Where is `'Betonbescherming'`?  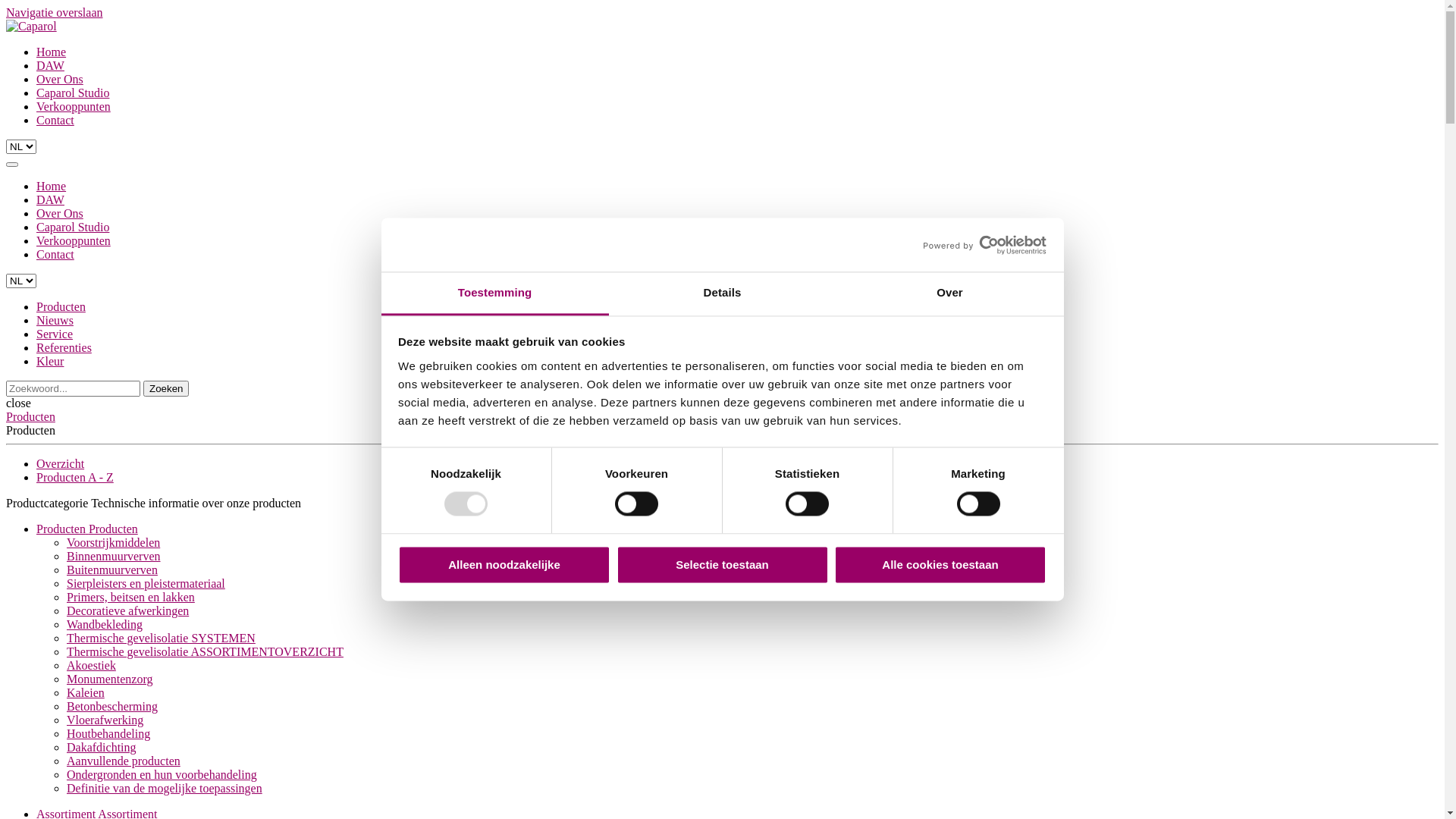
'Betonbescherming' is located at coordinates (111, 706).